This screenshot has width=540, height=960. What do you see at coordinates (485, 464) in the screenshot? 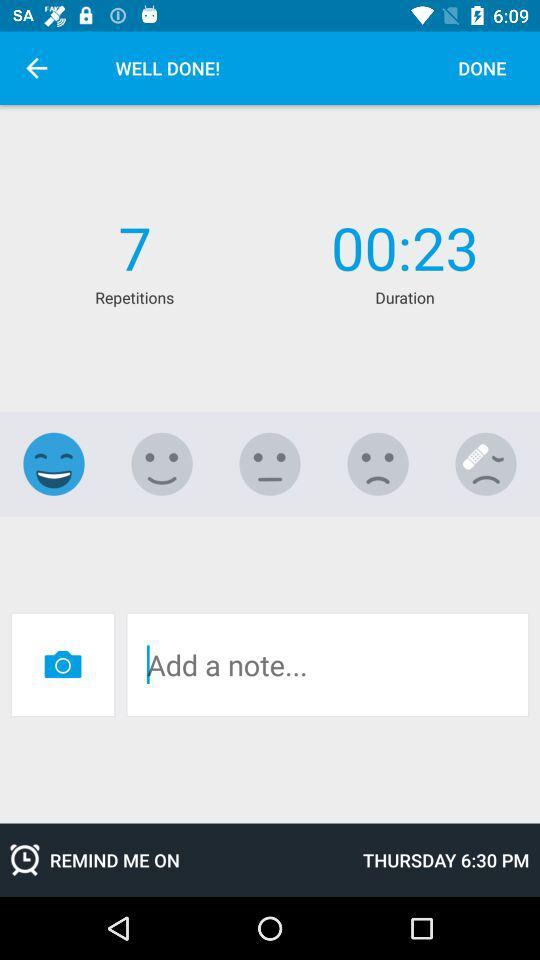
I see `the emoji icon` at bounding box center [485, 464].